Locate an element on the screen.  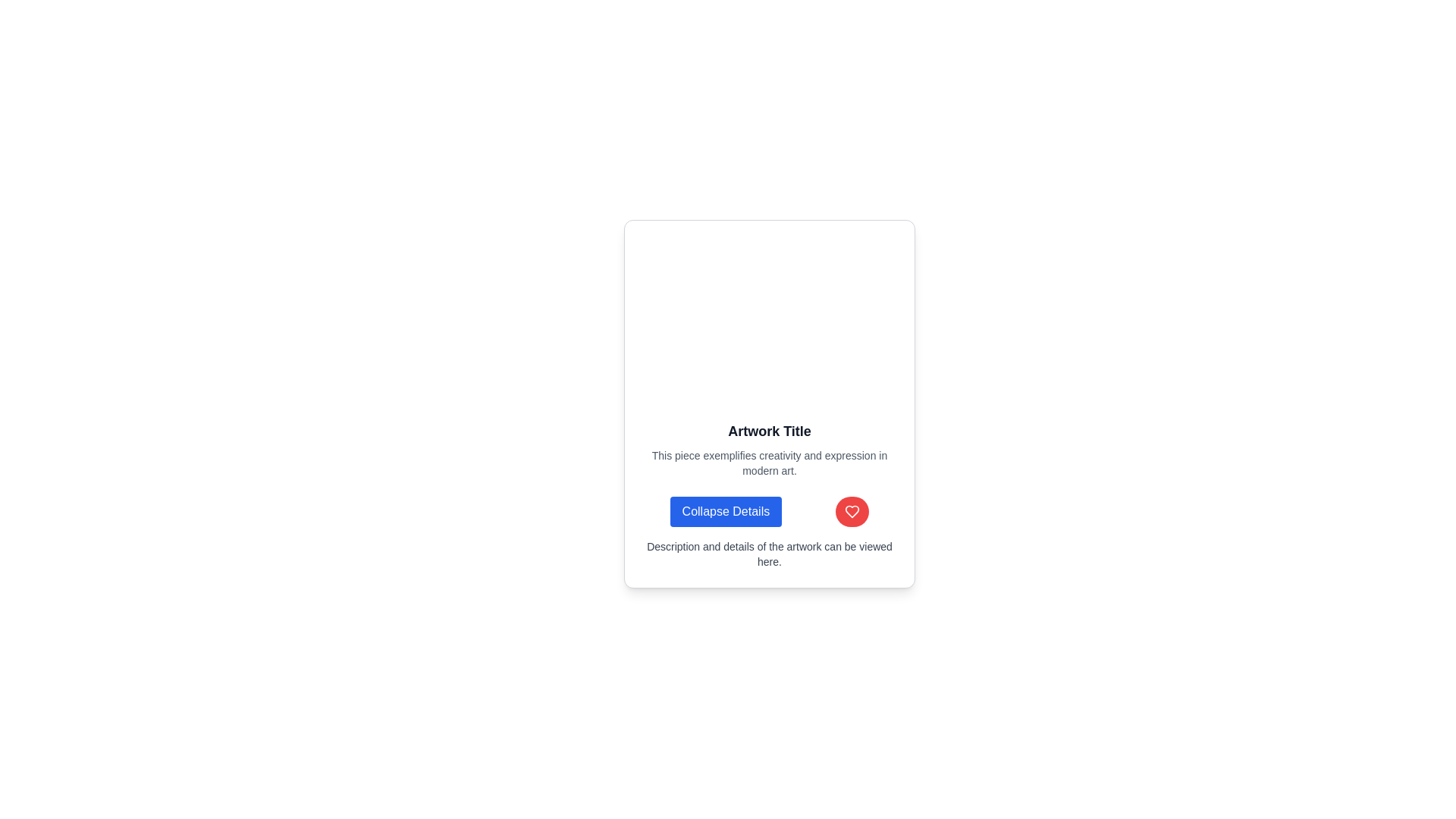
the red heart icon located at the bottom right of the card interface is located at coordinates (852, 512).